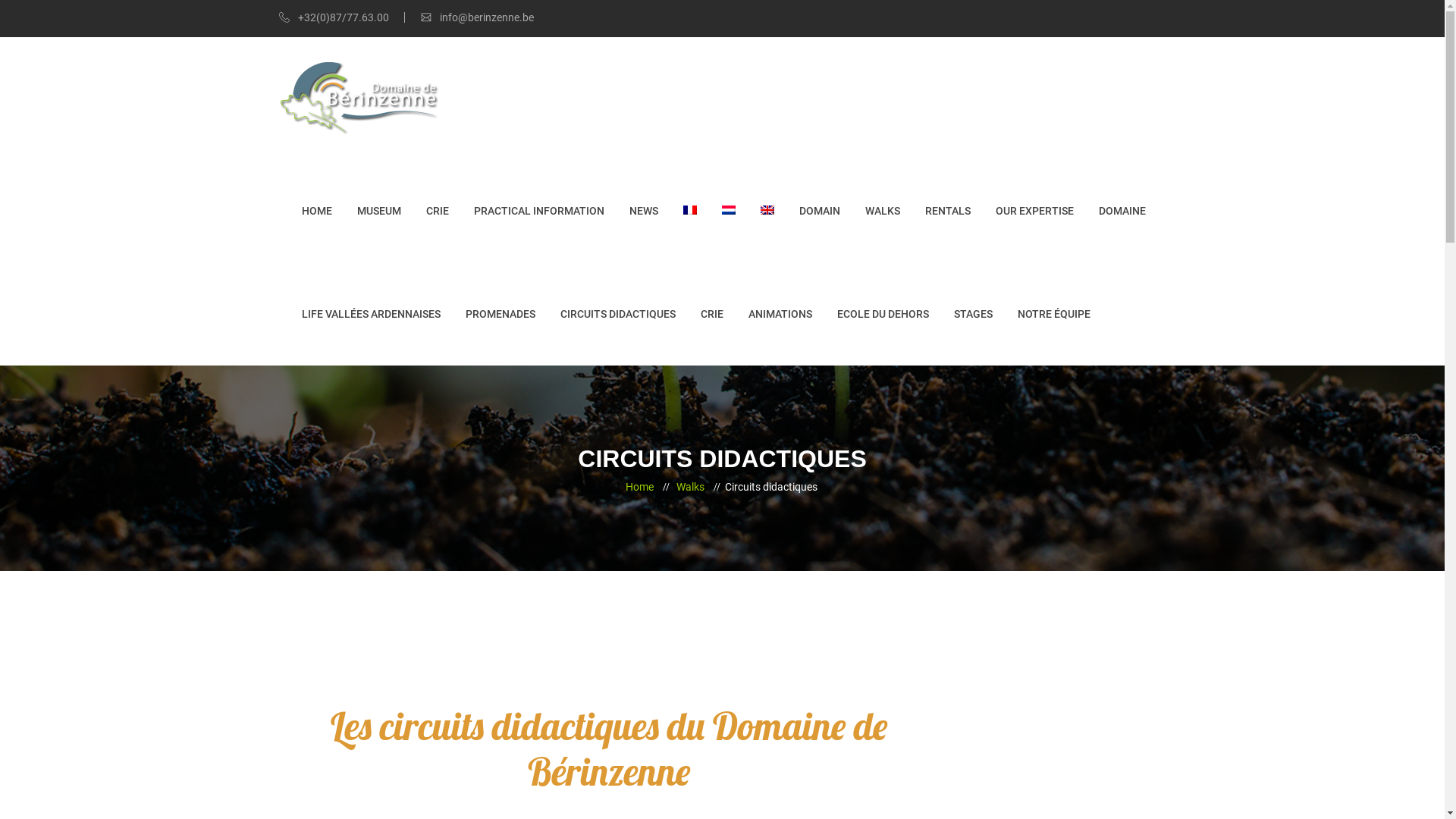 The height and width of the screenshot is (819, 1456). I want to click on 'OUR EXPERTISE', so click(1033, 210).